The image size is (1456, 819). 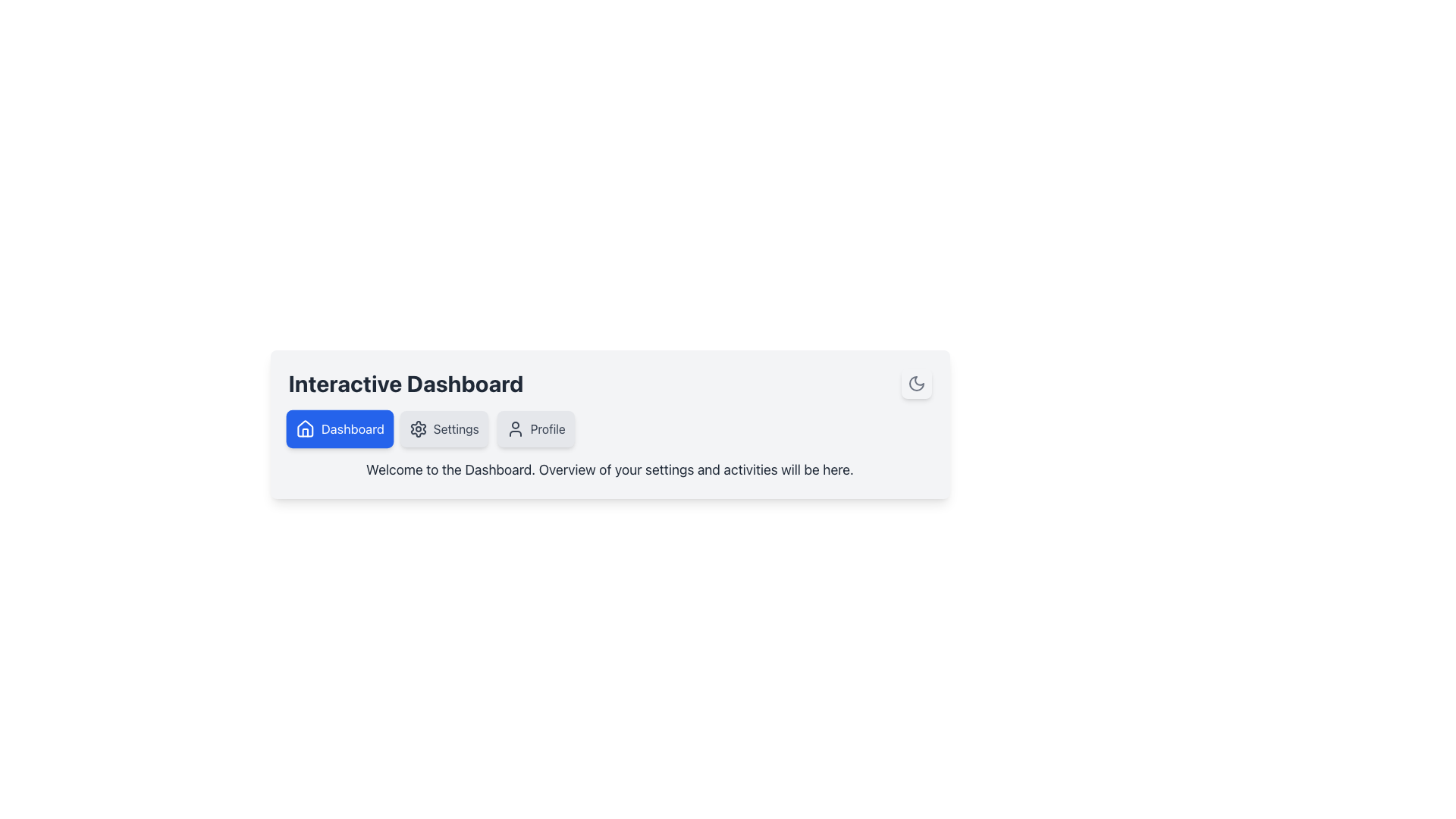 What do you see at coordinates (915, 382) in the screenshot?
I see `the crescent moon icon located at the top-right corner of the light gray panel` at bounding box center [915, 382].